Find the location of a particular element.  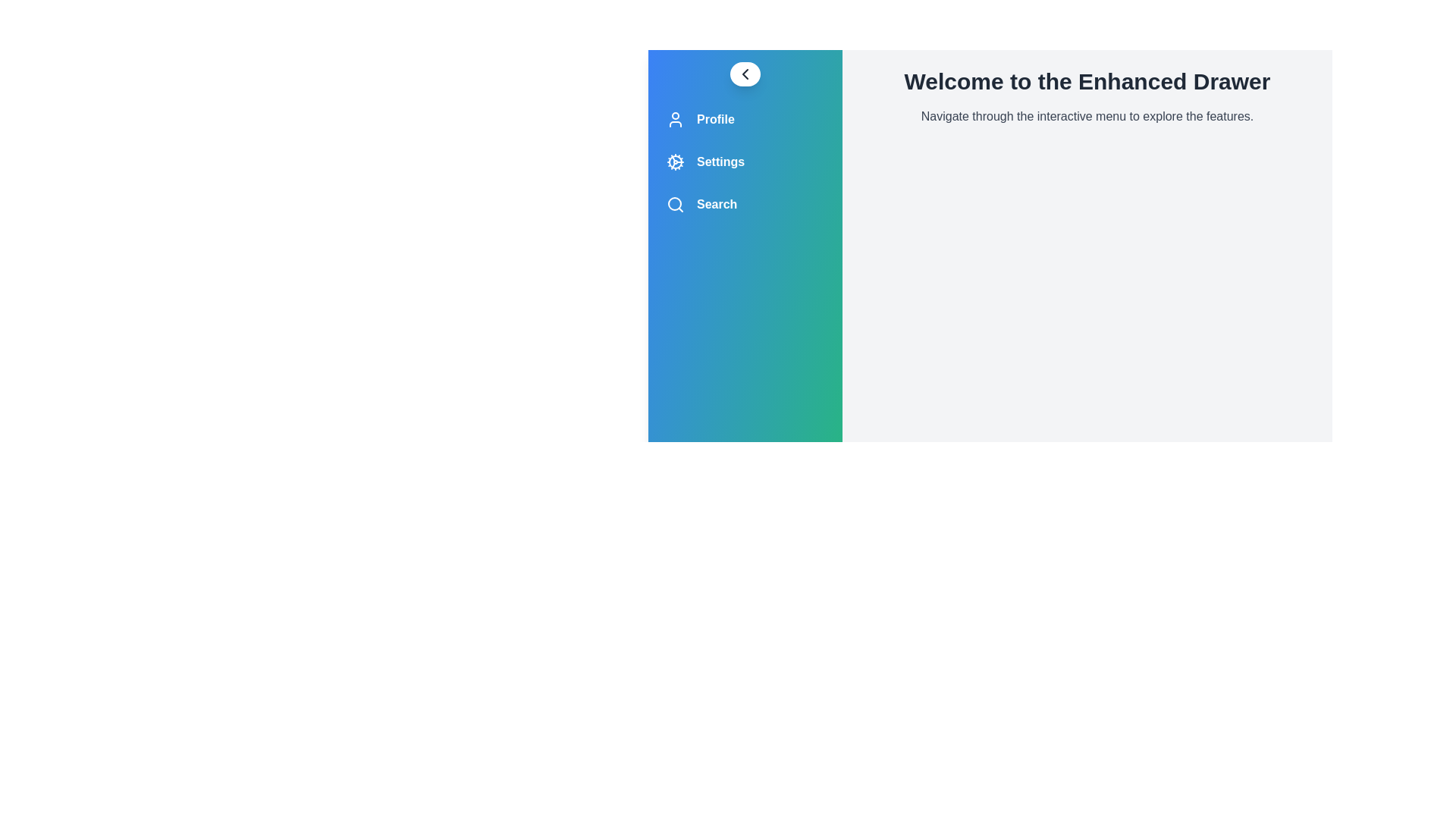

the 'Search' menu item is located at coordinates (745, 205).